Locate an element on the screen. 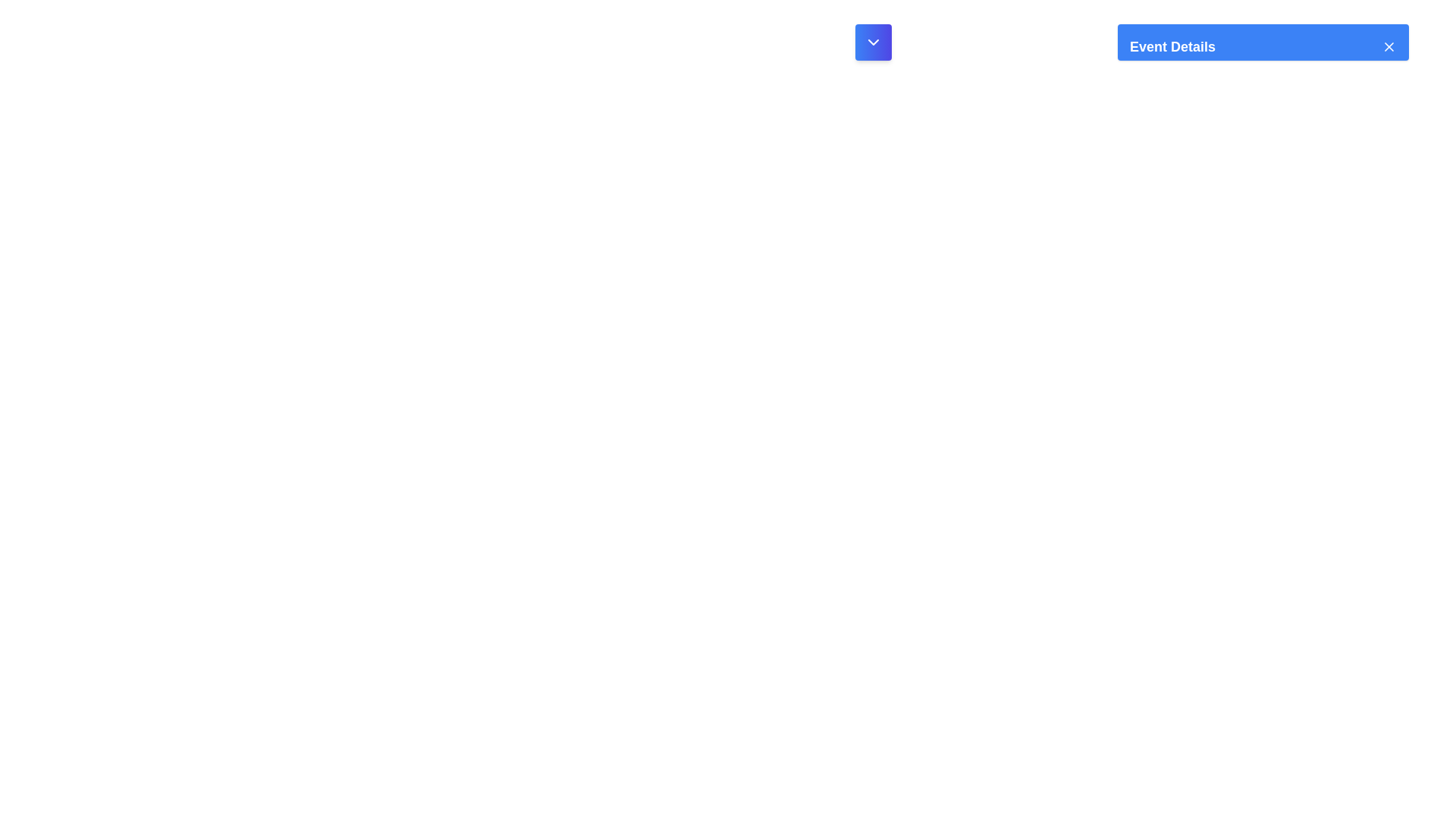 The width and height of the screenshot is (1456, 819). the close button at the extreme right end of the 'Event Details' header is located at coordinates (1389, 45).